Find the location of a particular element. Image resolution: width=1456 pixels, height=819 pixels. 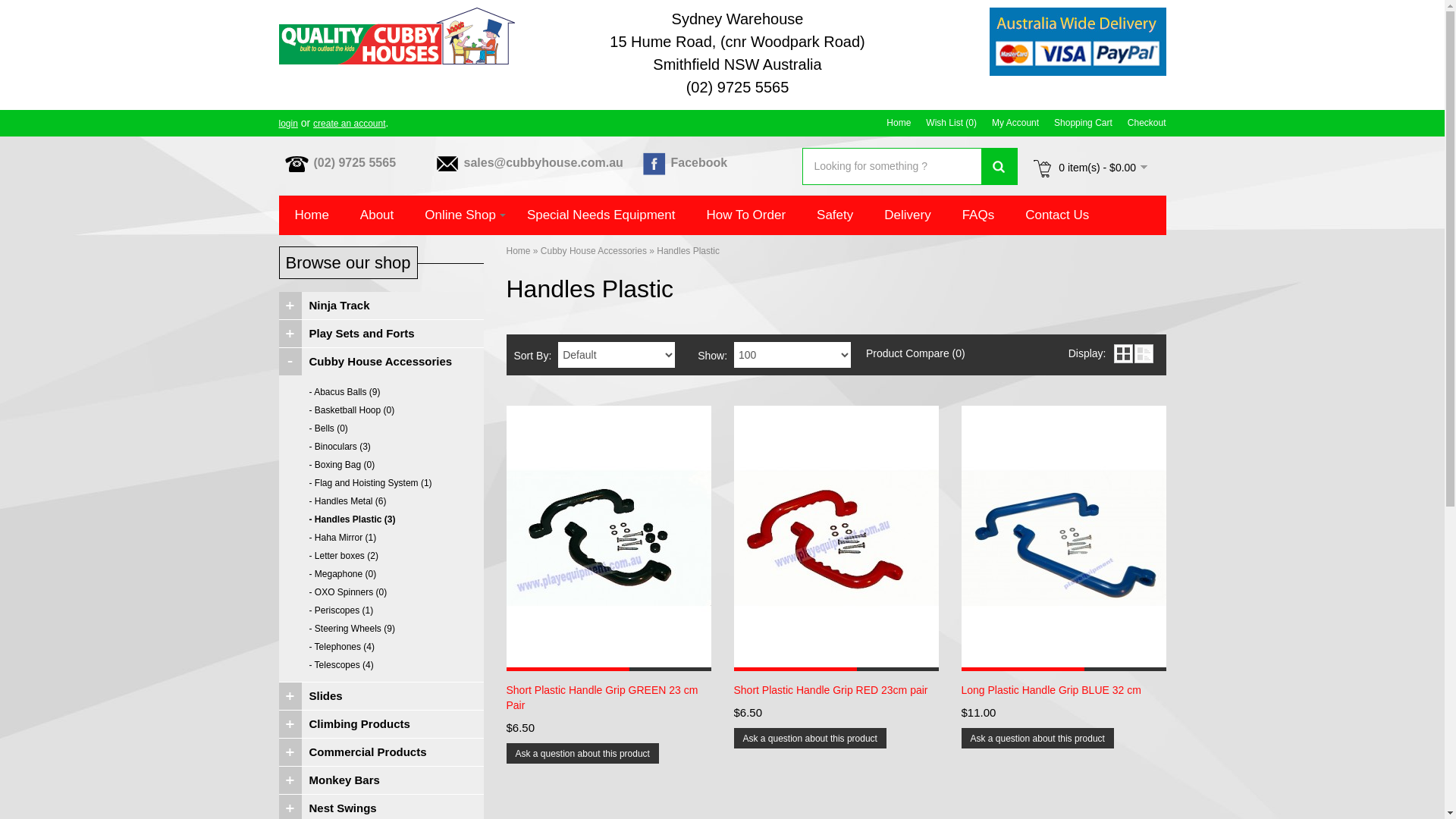

'Short Plastic Handle Grip RED 23cm pair' is located at coordinates (836, 537).